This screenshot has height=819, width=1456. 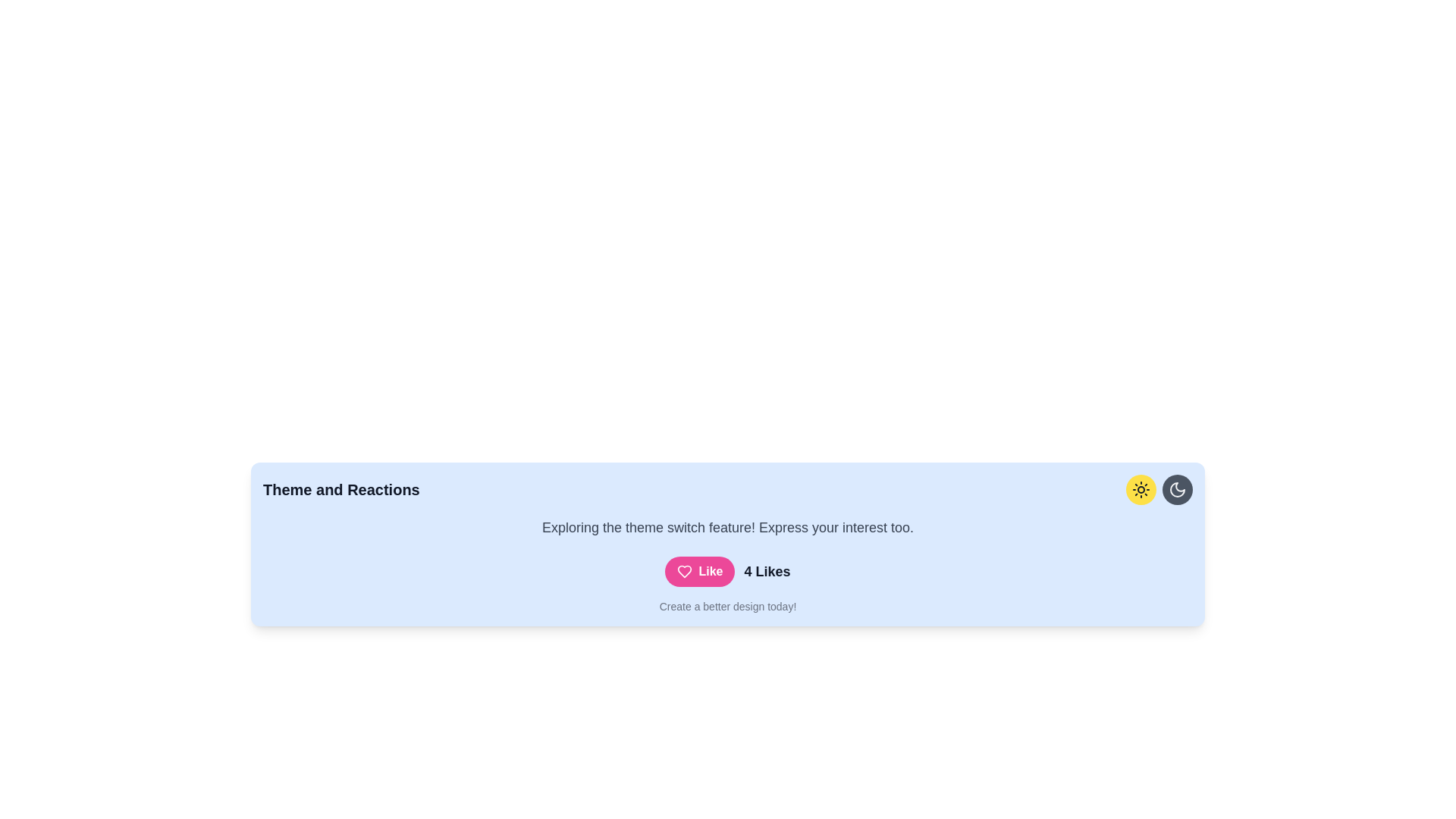 What do you see at coordinates (1141, 489) in the screenshot?
I see `the light mode icon located in the upper-right portion of the card` at bounding box center [1141, 489].